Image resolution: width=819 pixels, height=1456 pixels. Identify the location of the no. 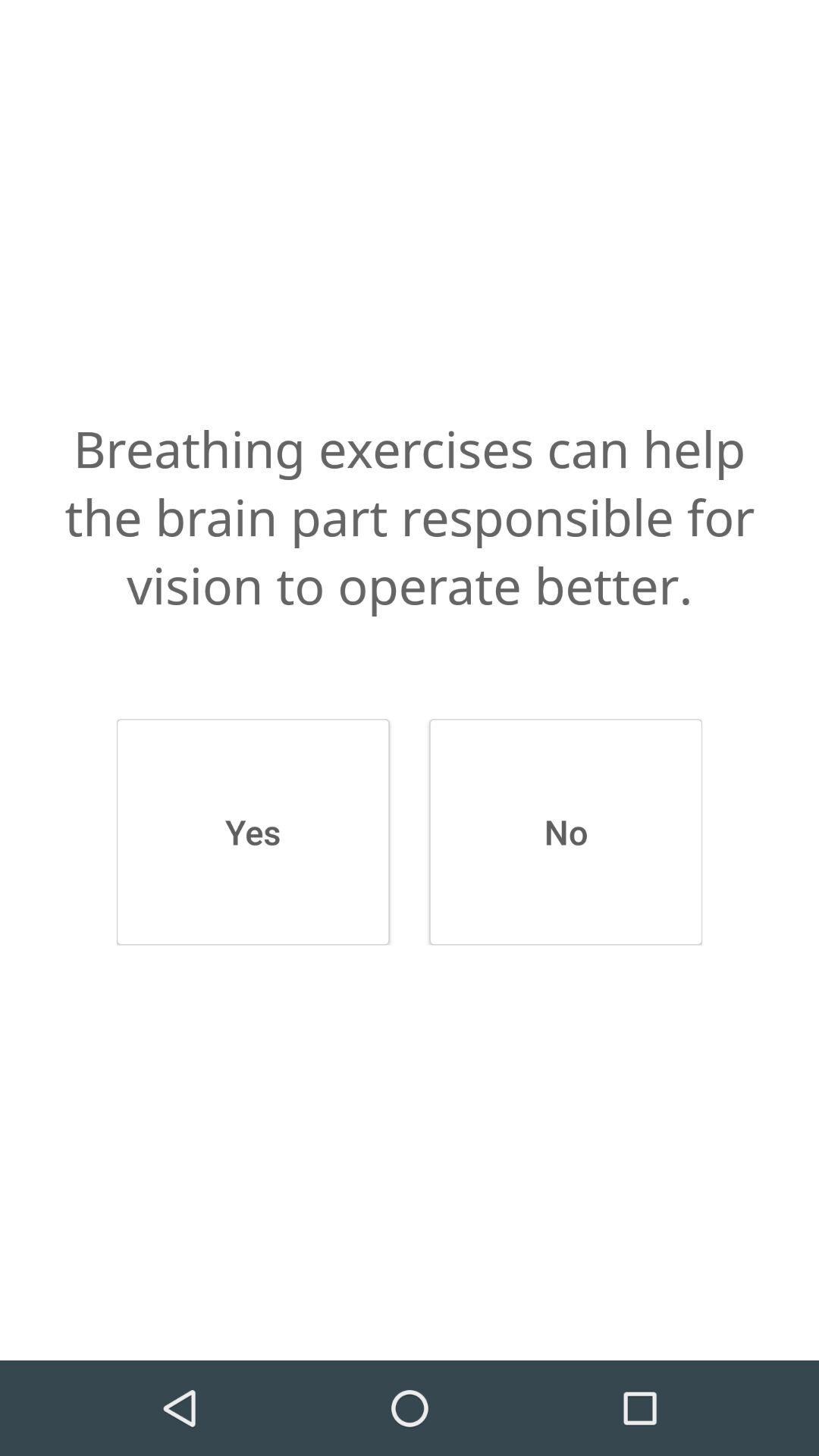
(566, 831).